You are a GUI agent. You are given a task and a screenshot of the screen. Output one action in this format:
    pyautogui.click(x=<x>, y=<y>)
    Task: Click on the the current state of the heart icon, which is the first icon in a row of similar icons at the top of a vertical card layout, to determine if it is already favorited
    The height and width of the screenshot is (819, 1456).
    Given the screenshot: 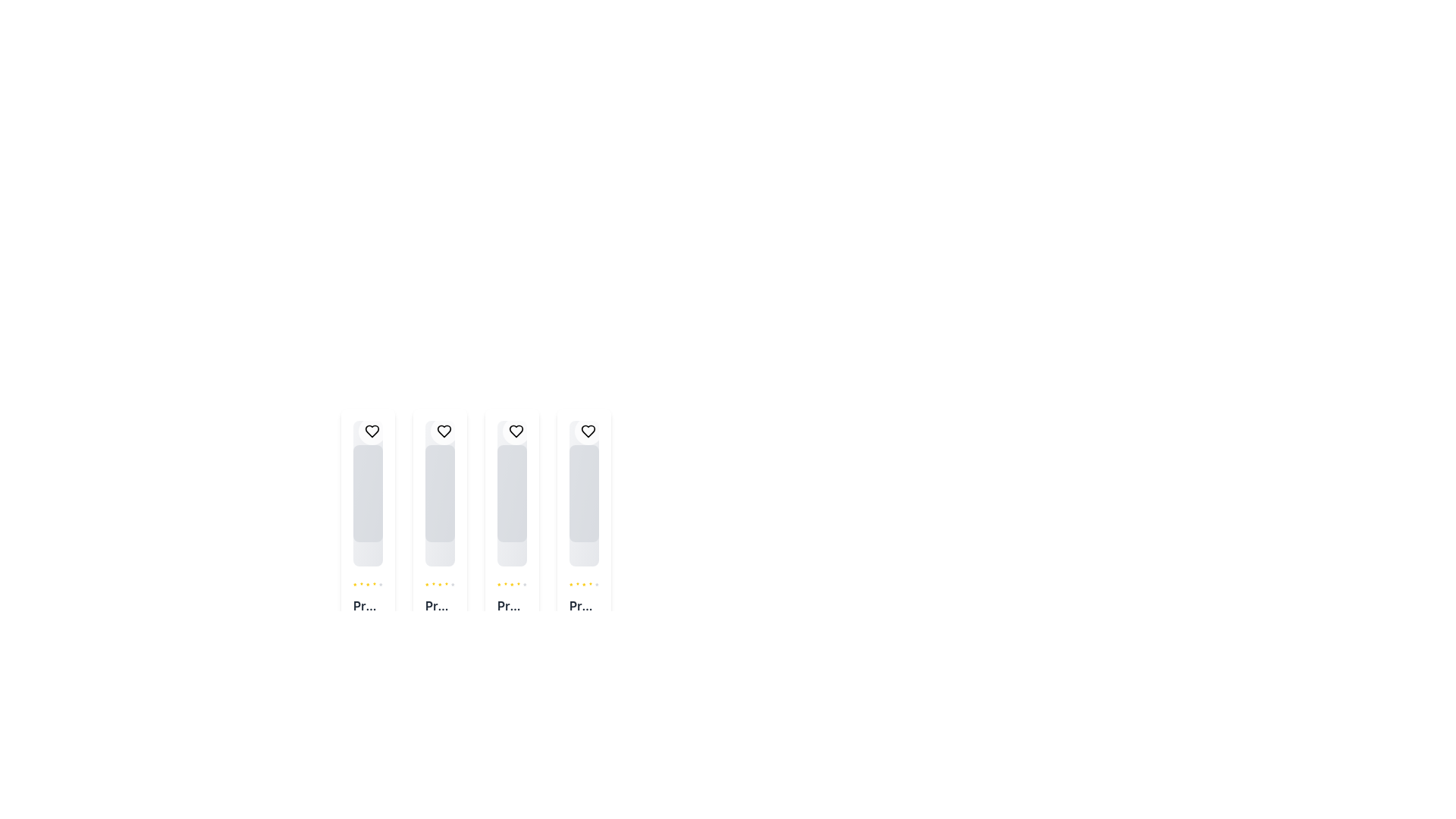 What is the action you would take?
    pyautogui.click(x=372, y=431)
    